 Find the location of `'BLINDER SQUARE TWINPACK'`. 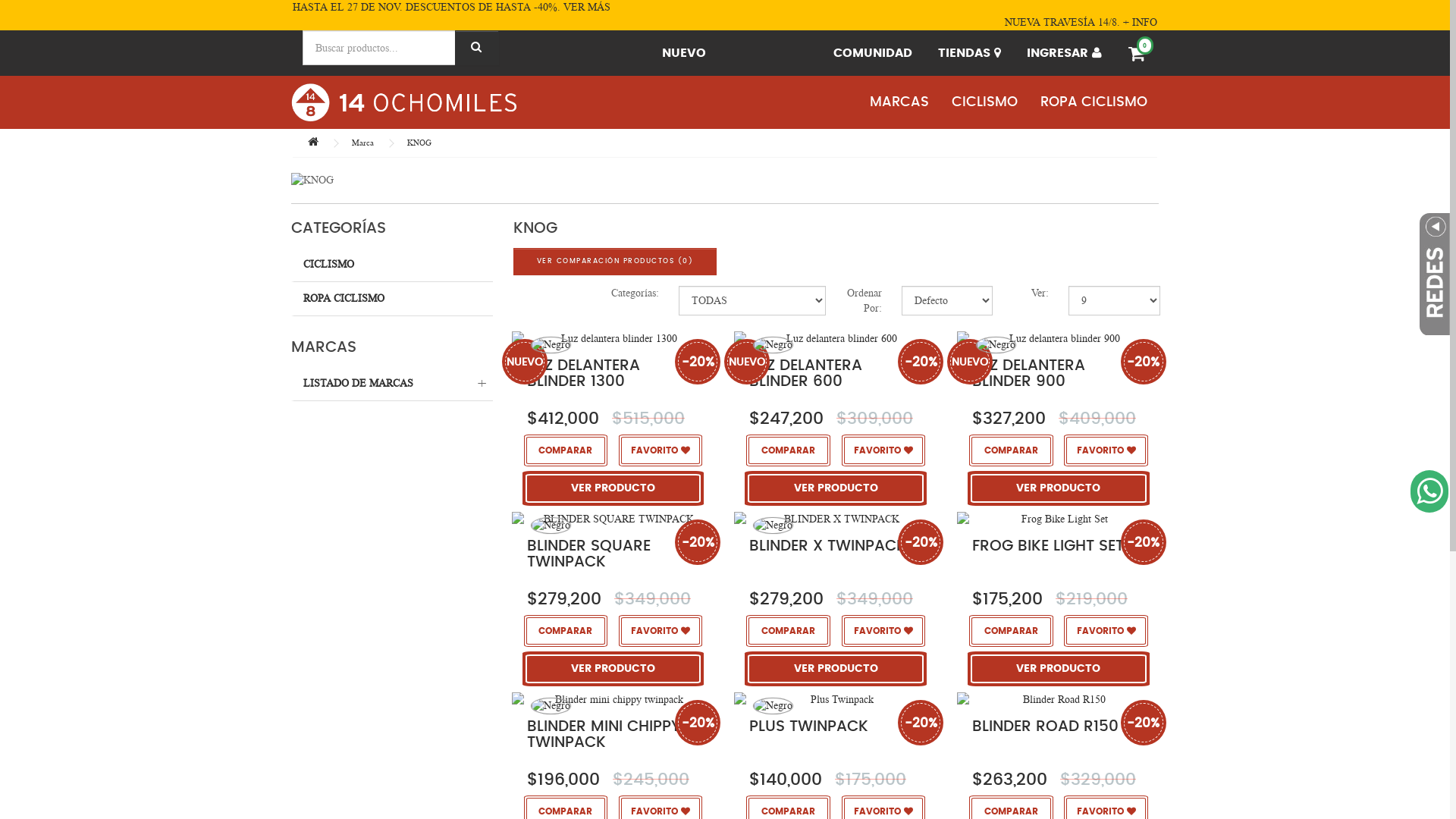

'BLINDER SQUARE TWINPACK' is located at coordinates (613, 517).